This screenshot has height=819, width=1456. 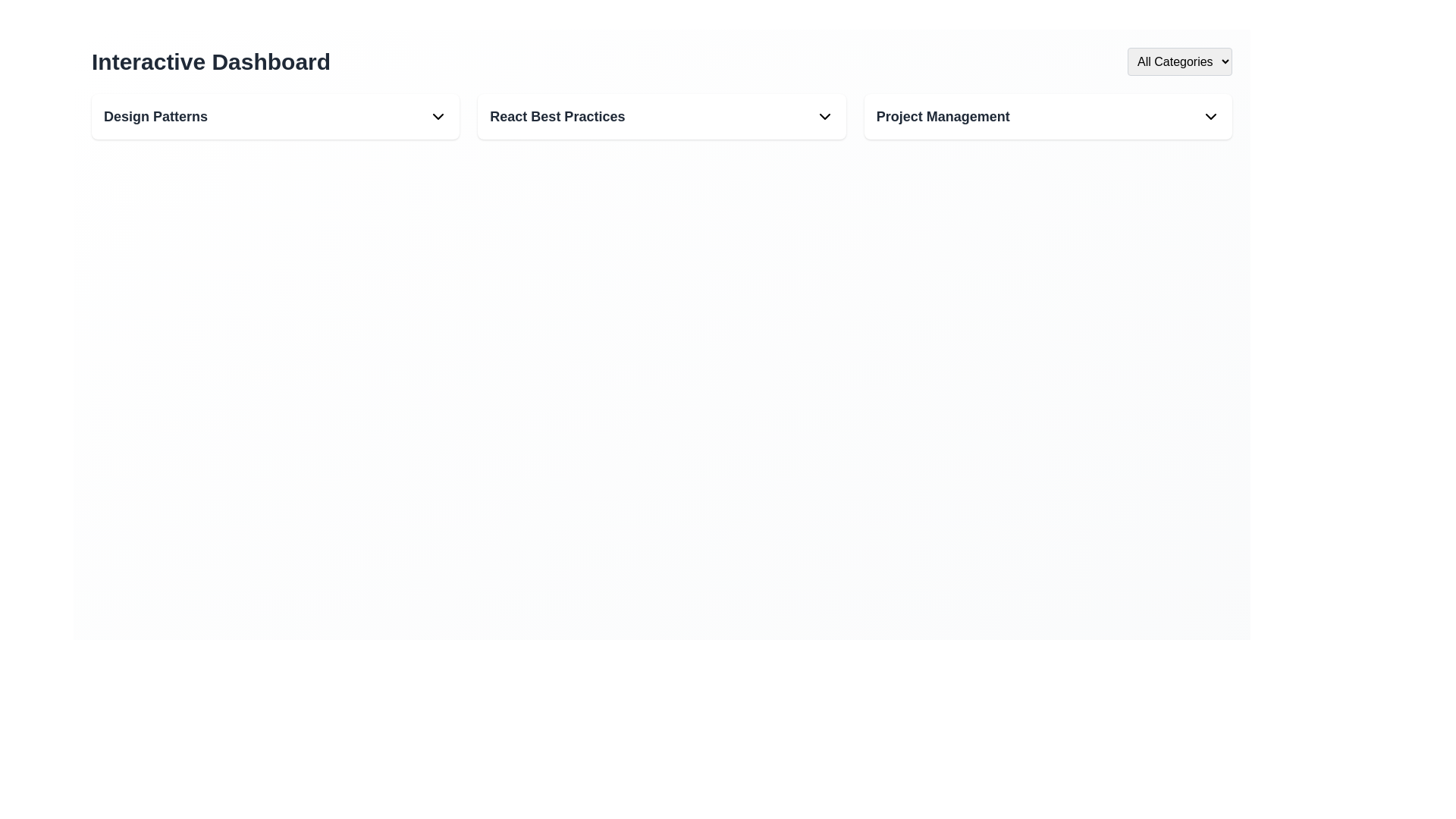 I want to click on the chevron-down icon button that toggles the dropdown menu for the 'Design Patterns' category, so click(x=438, y=116).